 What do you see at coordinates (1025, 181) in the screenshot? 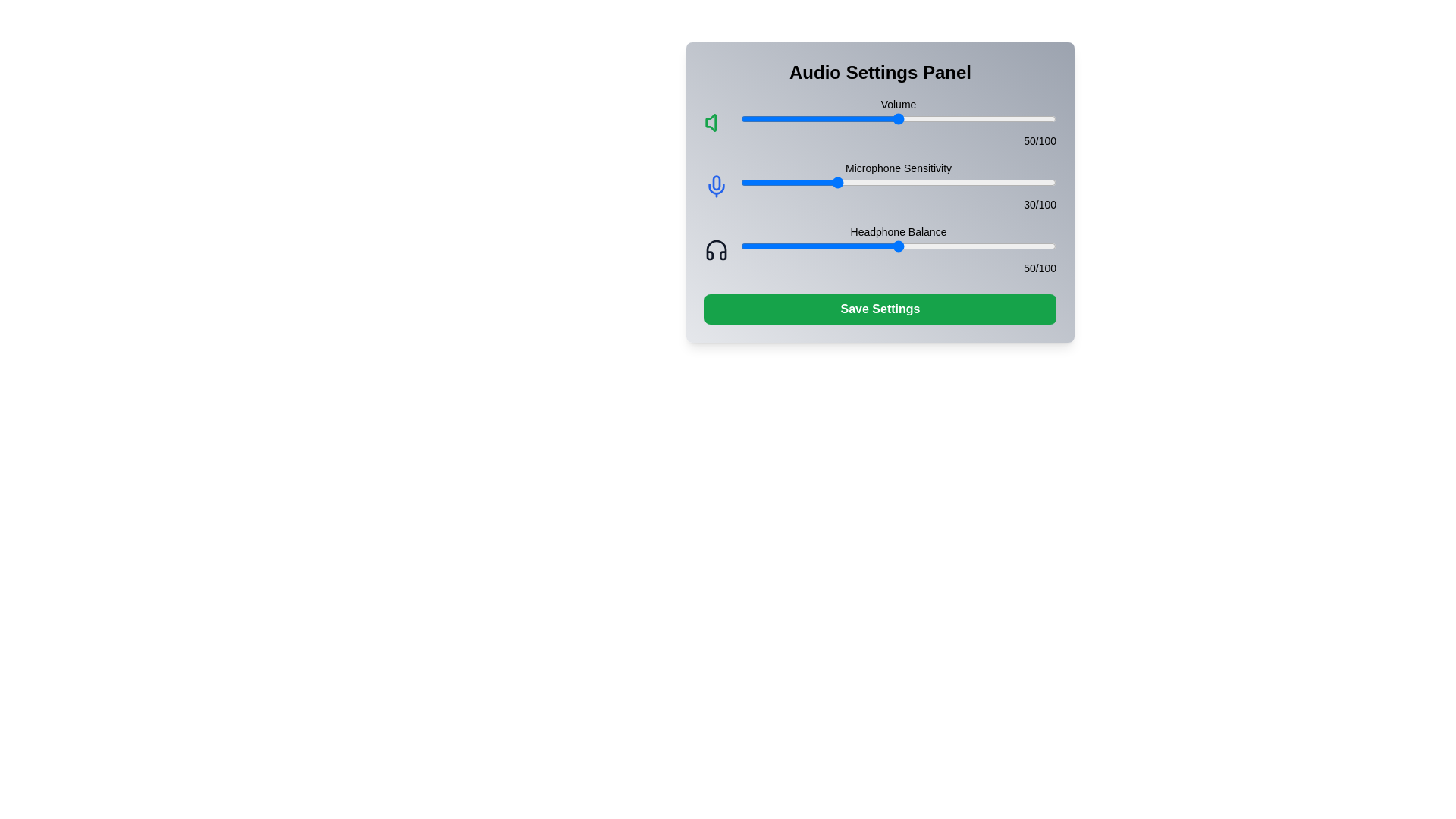
I see `the microphone sensitivity` at bounding box center [1025, 181].